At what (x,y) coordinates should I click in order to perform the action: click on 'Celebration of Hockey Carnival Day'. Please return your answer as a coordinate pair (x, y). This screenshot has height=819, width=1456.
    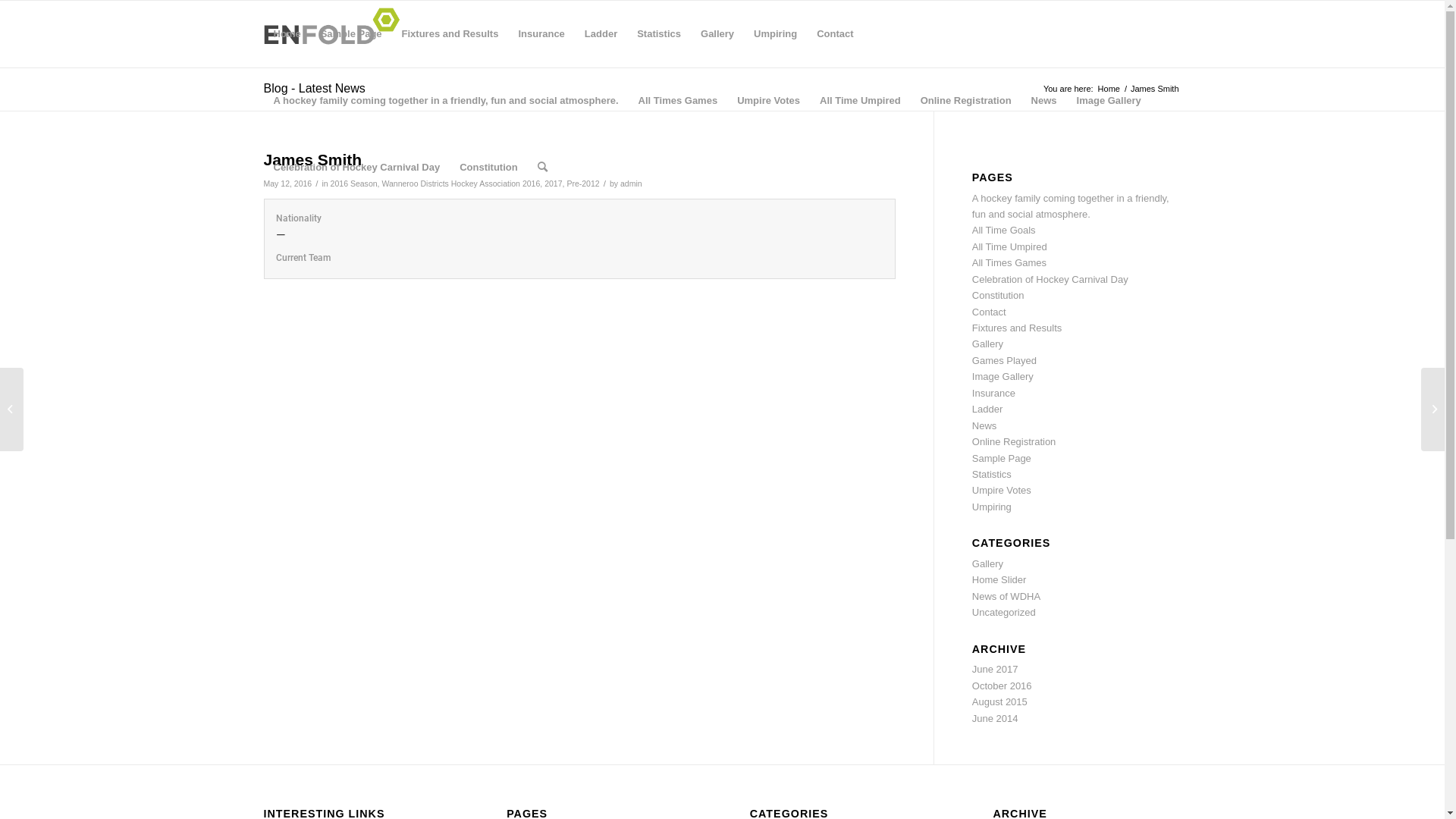
    Looking at the image, I should click on (356, 167).